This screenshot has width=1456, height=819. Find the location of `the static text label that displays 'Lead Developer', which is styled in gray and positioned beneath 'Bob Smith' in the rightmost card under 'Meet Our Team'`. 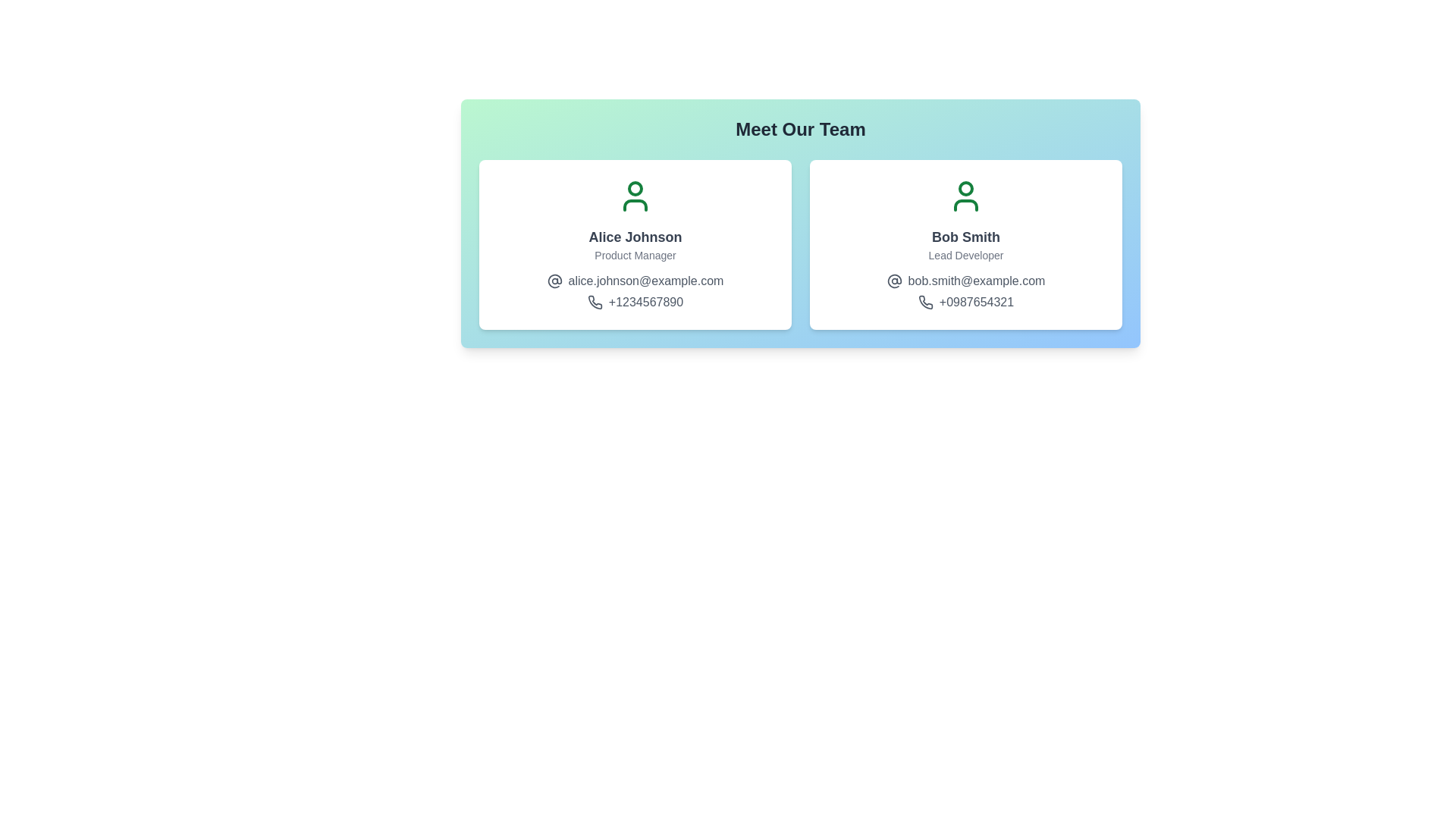

the static text label that displays 'Lead Developer', which is styled in gray and positioned beneath 'Bob Smith' in the rightmost card under 'Meet Our Team' is located at coordinates (965, 254).